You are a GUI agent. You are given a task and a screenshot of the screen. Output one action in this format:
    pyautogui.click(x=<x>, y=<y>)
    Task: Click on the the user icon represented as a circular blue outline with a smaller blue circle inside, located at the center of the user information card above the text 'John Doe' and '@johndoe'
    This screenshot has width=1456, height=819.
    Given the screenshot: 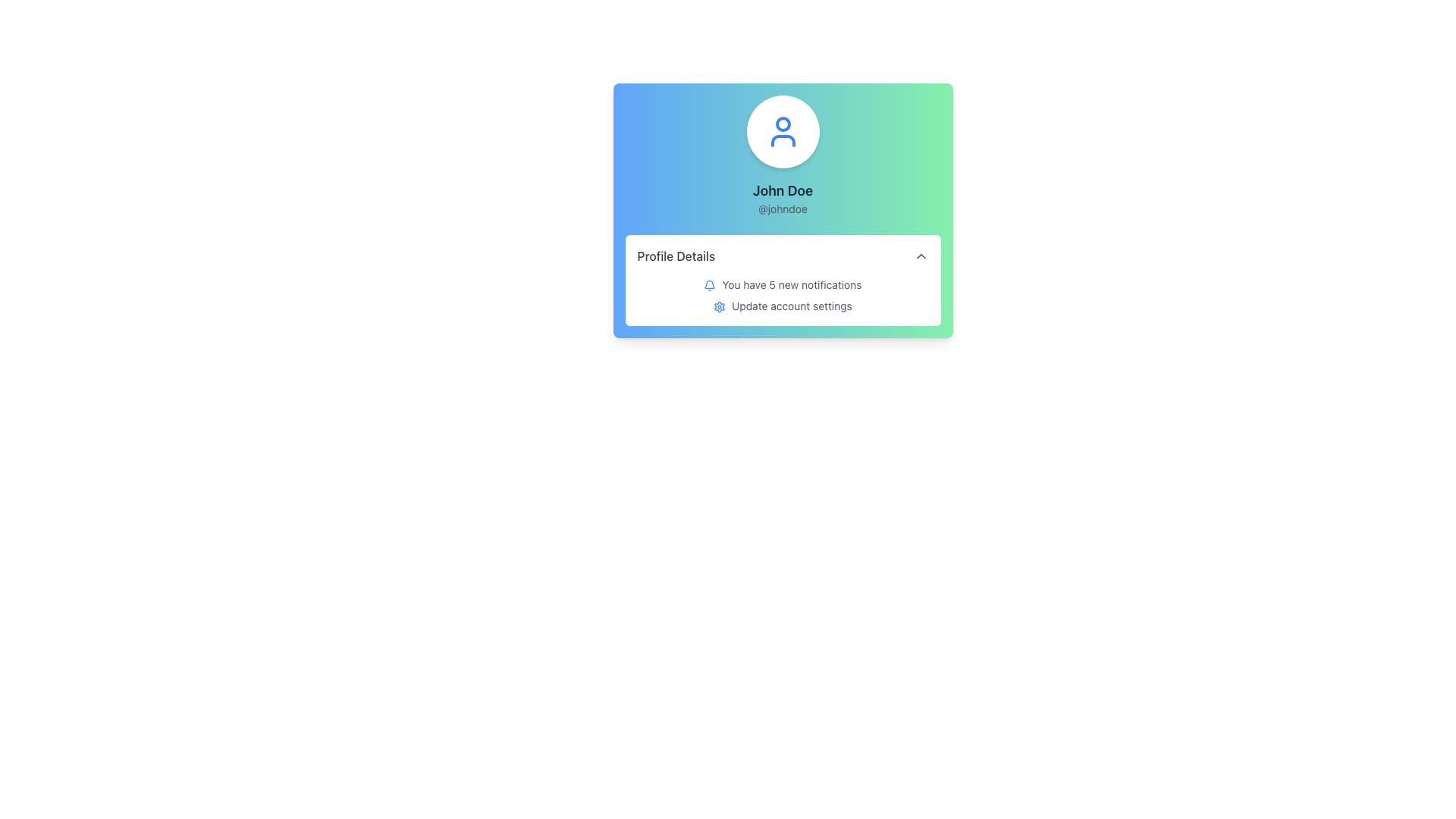 What is the action you would take?
    pyautogui.click(x=783, y=130)
    